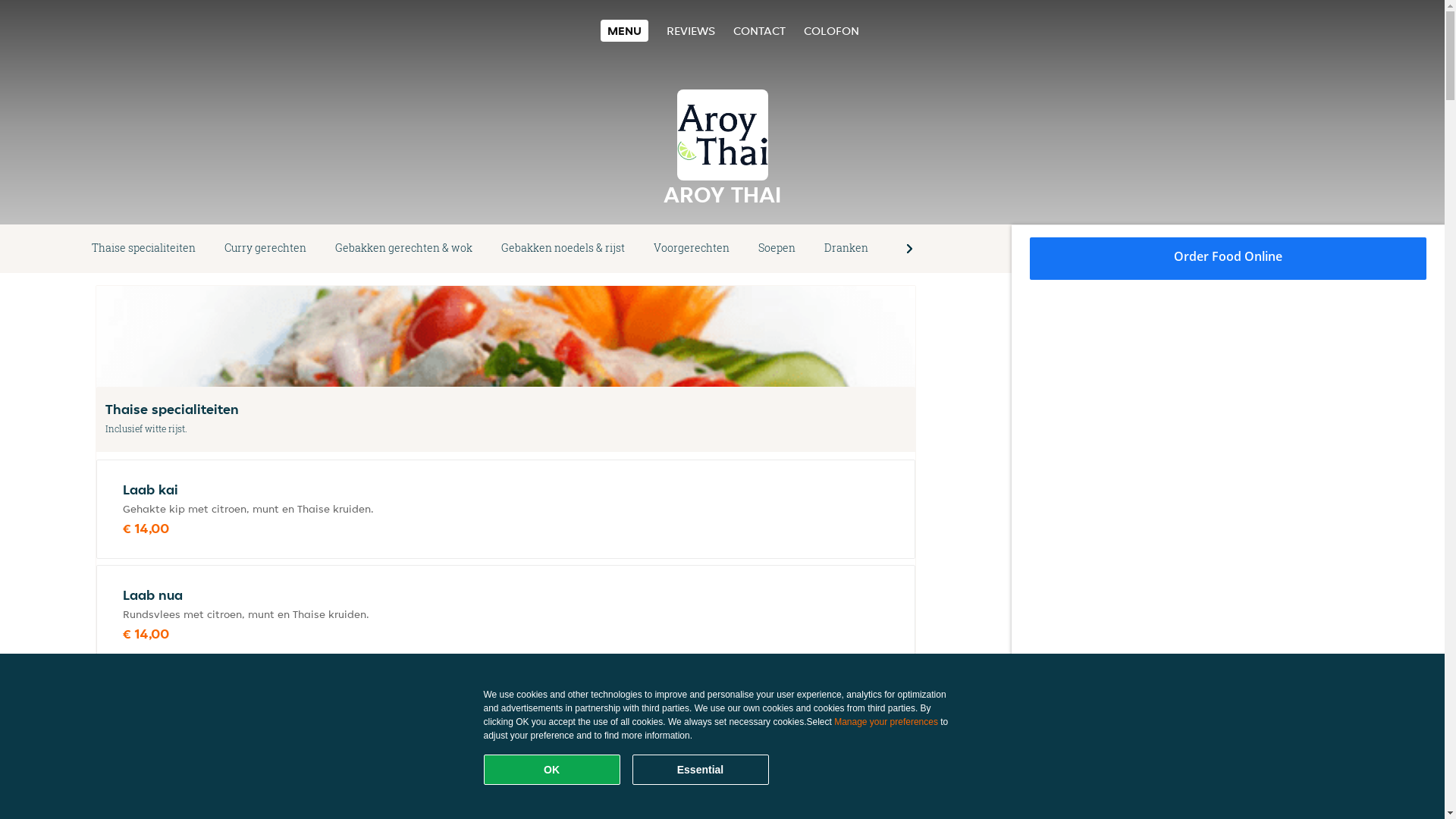 The width and height of the screenshot is (1456, 819). I want to click on 'Gebakken noedels & rijst', so click(562, 247).